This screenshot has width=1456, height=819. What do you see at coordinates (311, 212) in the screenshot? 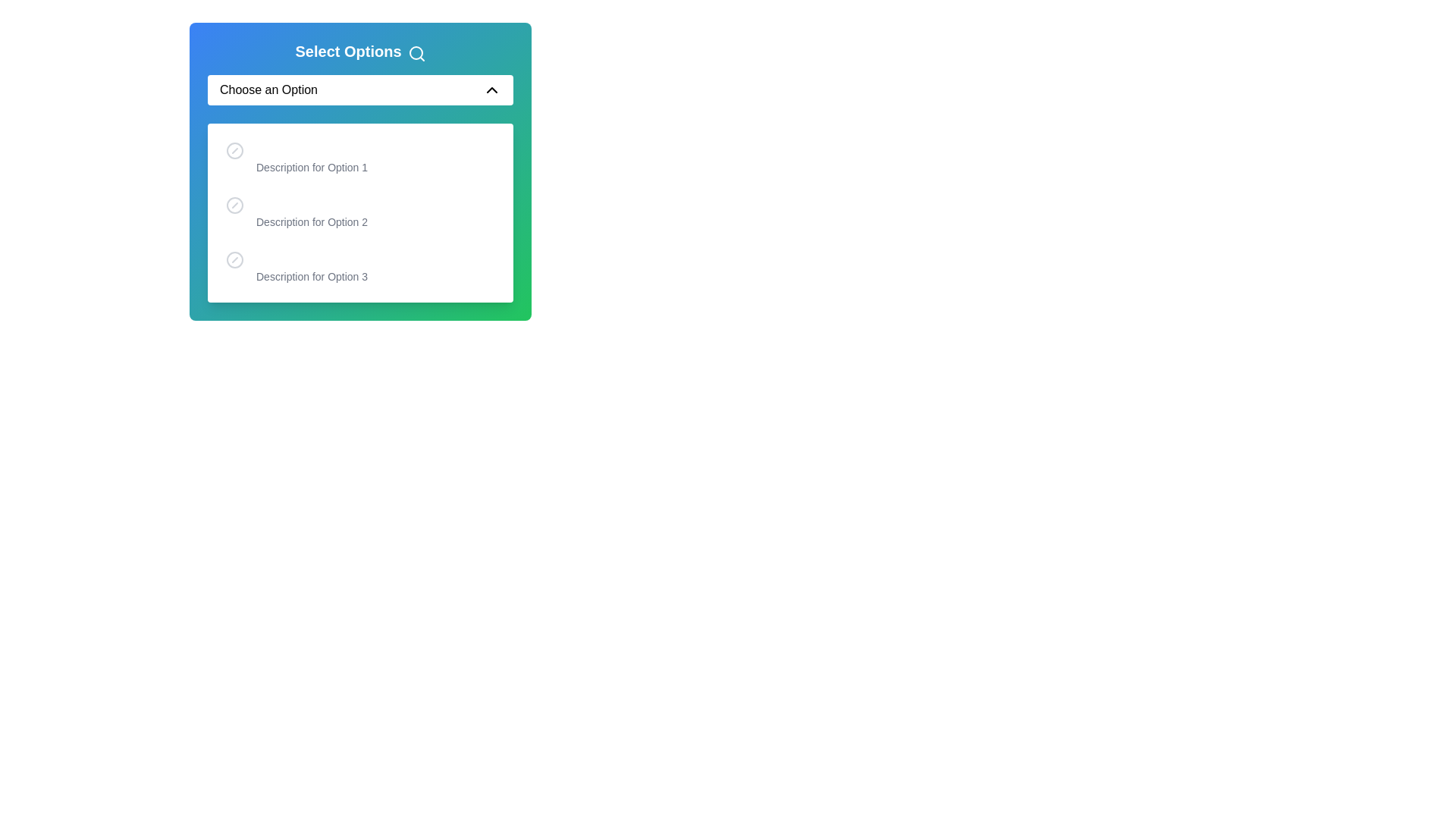
I see `description of 'Option 2' in the interactive menu, which includes the bold text 'Option 2' and the smaller line 'Description for Option 2'` at bounding box center [311, 212].